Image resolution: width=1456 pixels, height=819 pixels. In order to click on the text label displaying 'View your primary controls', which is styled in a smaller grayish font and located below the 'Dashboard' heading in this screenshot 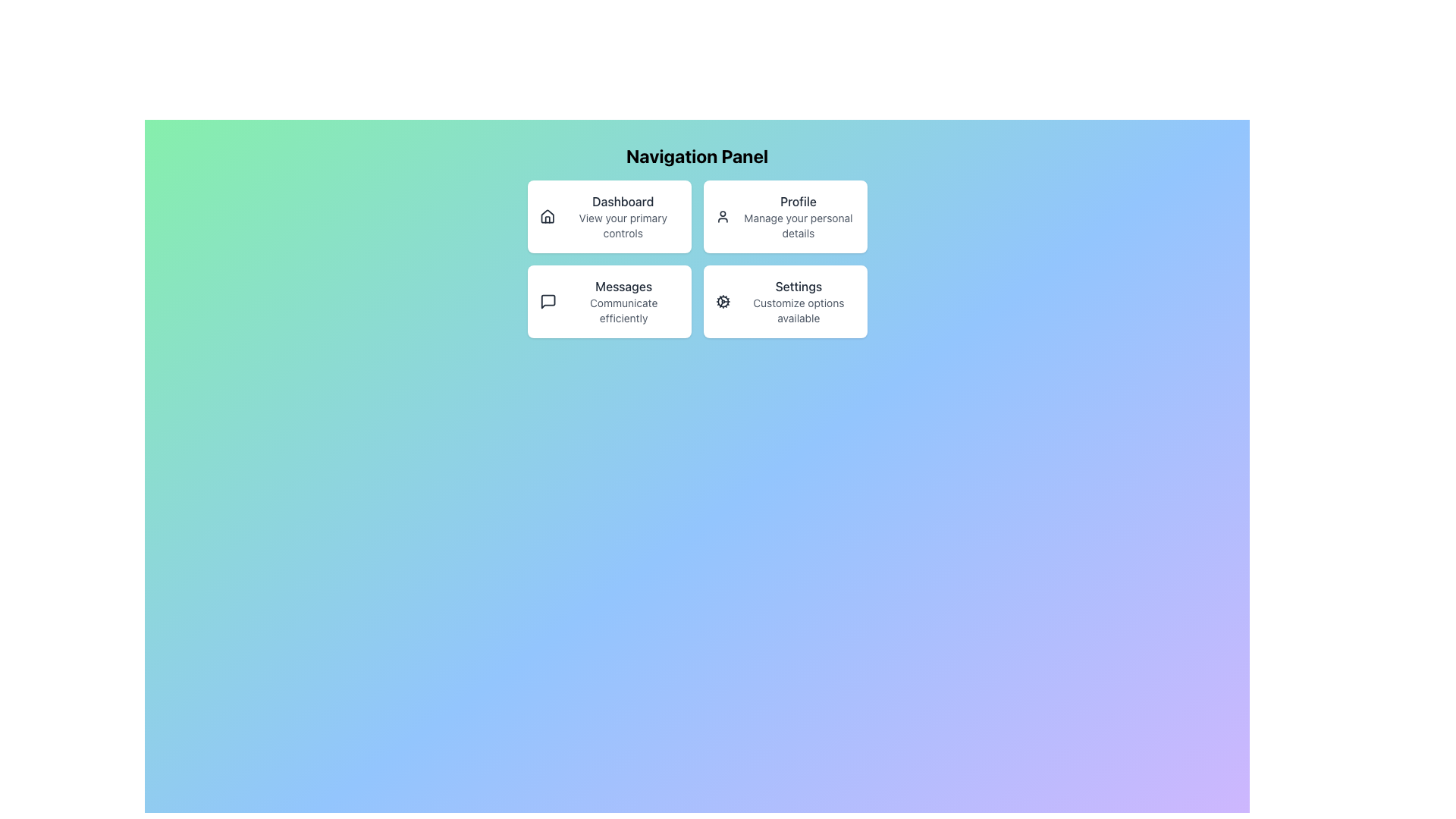, I will do `click(623, 225)`.